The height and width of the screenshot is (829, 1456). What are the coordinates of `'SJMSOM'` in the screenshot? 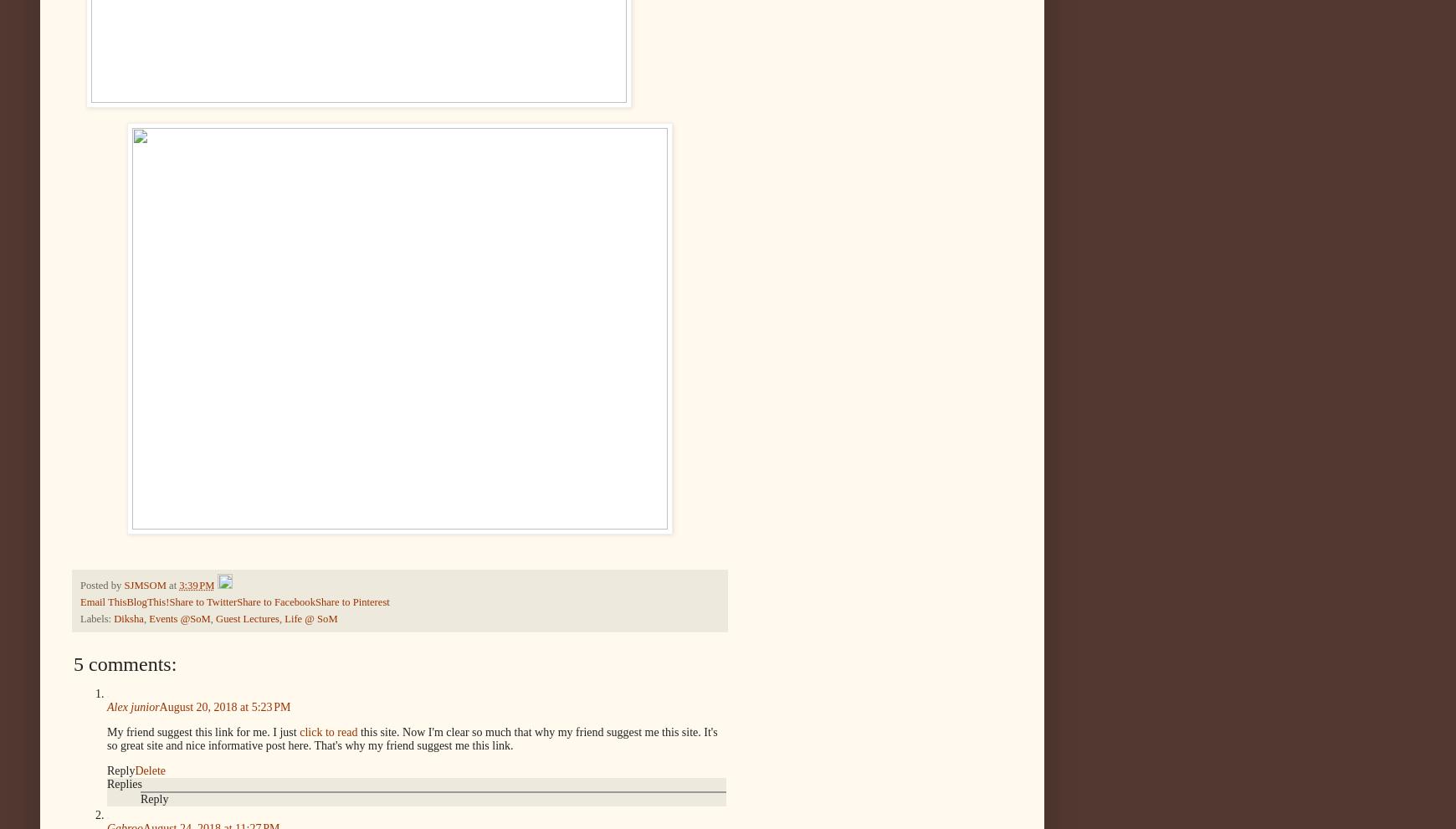 It's located at (143, 584).